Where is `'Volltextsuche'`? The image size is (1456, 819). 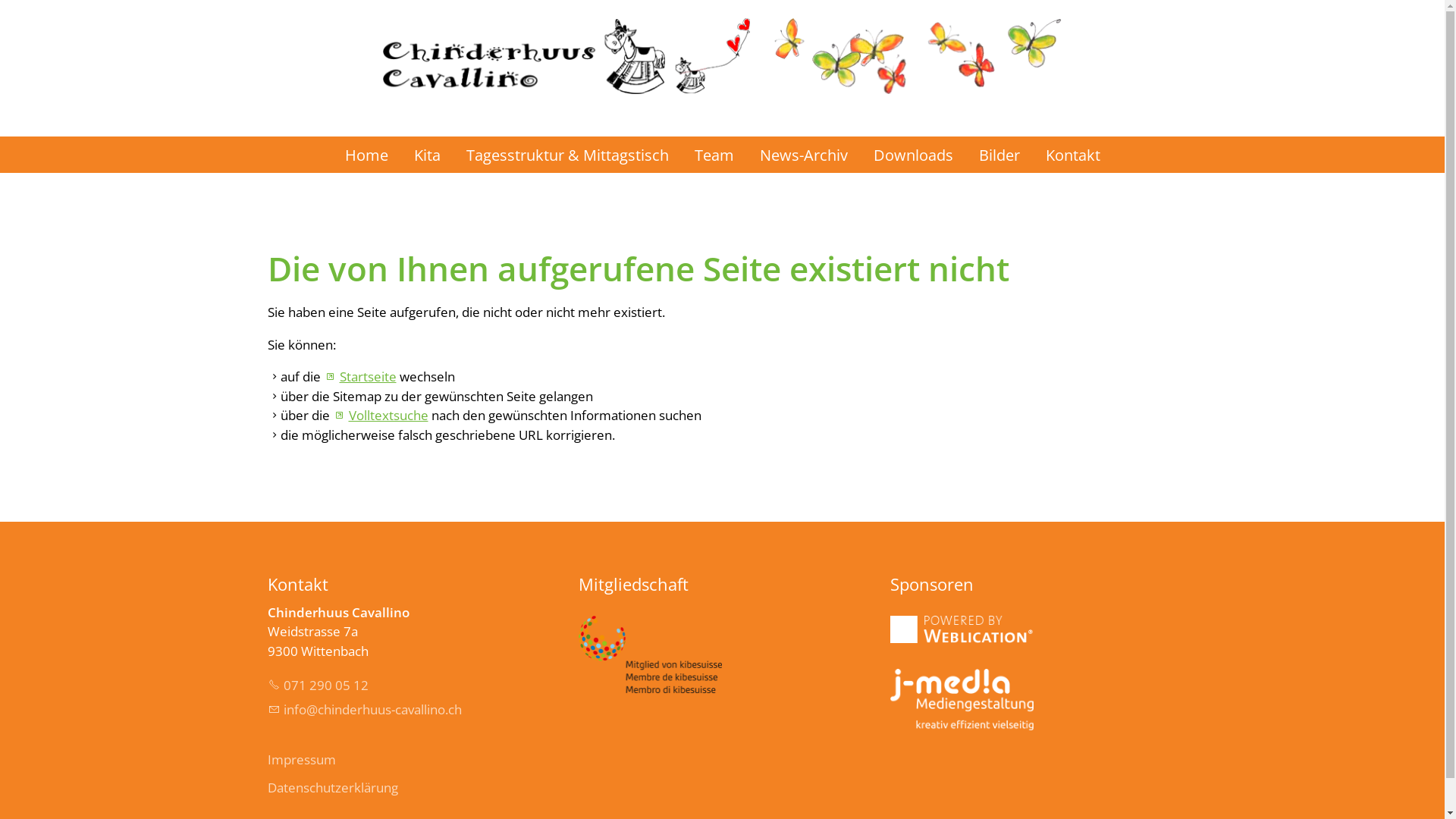 'Volltextsuche' is located at coordinates (331, 415).